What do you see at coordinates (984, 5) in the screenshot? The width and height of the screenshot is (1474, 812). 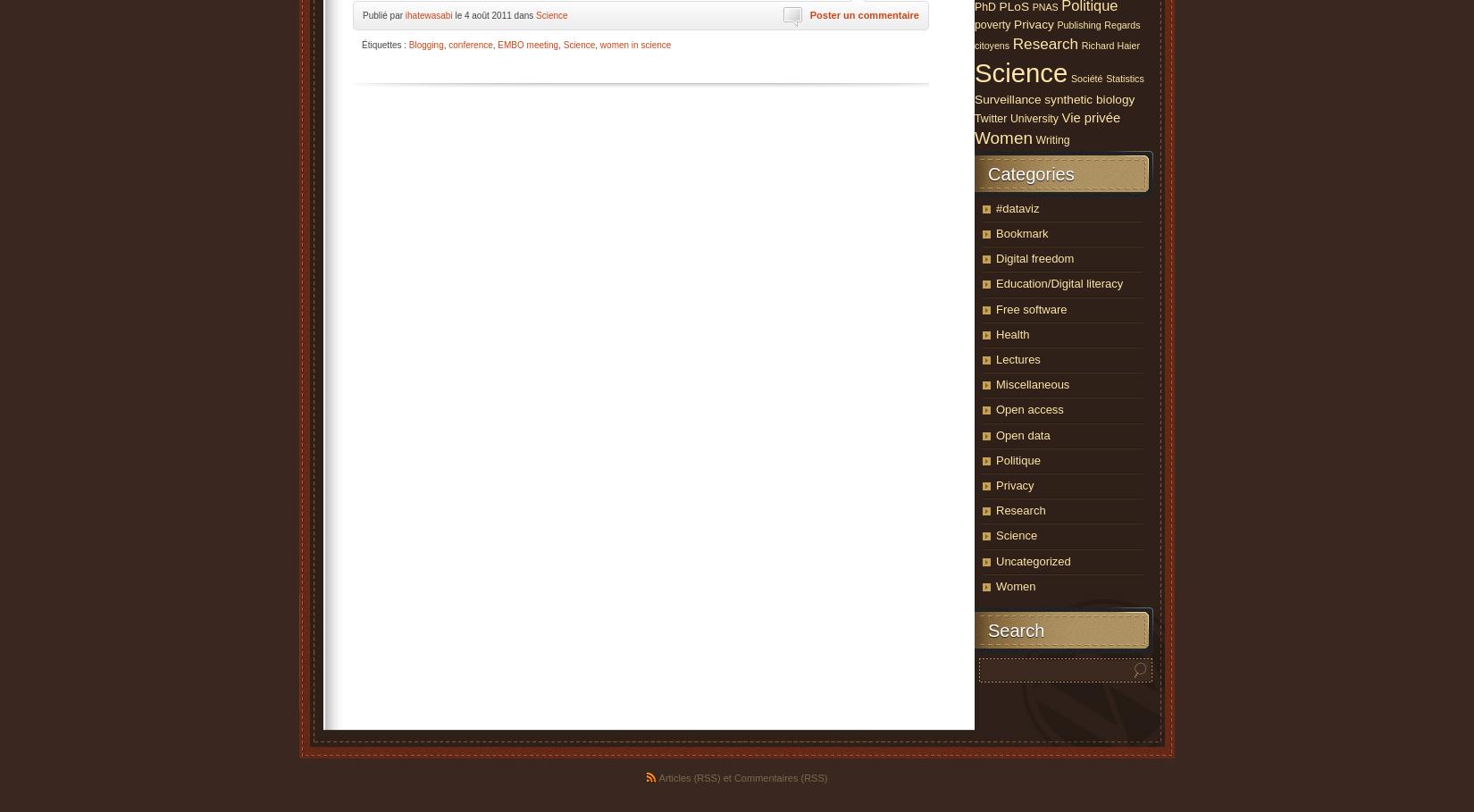 I see `'PhD'` at bounding box center [984, 5].